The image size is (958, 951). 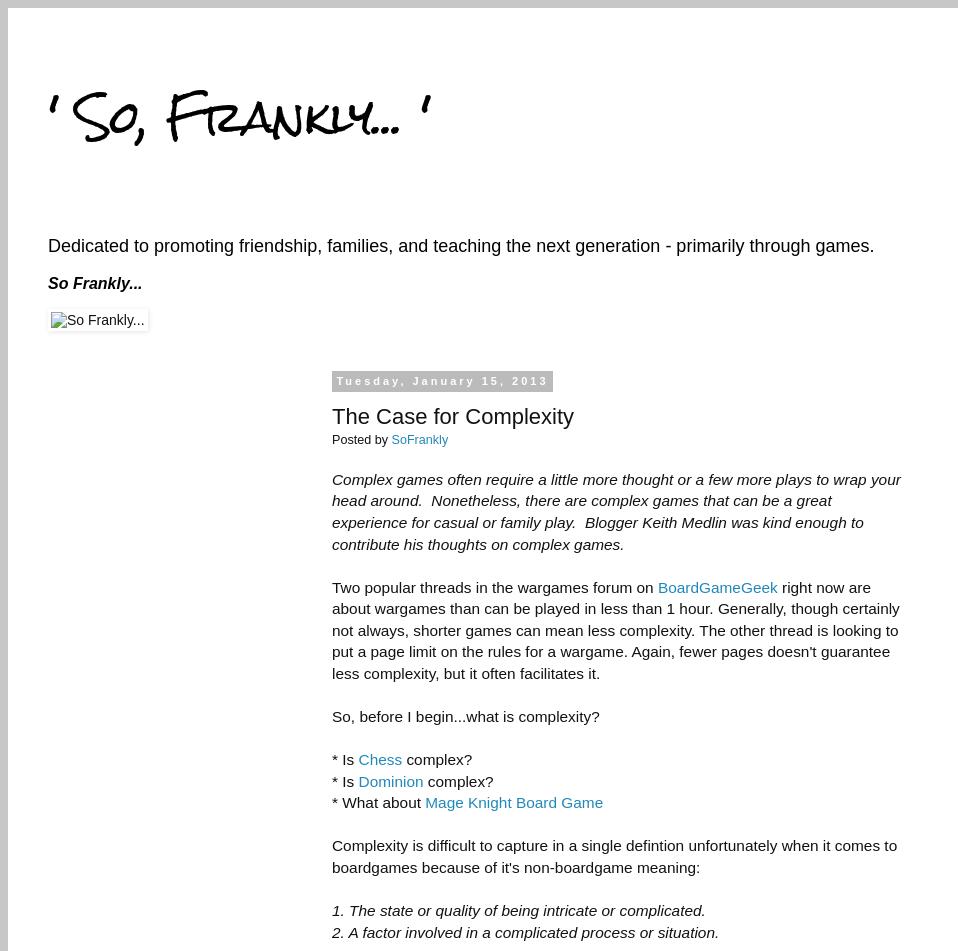 What do you see at coordinates (331, 909) in the screenshot?
I see `'1. The state or quality of being intricate or complicated.'` at bounding box center [331, 909].